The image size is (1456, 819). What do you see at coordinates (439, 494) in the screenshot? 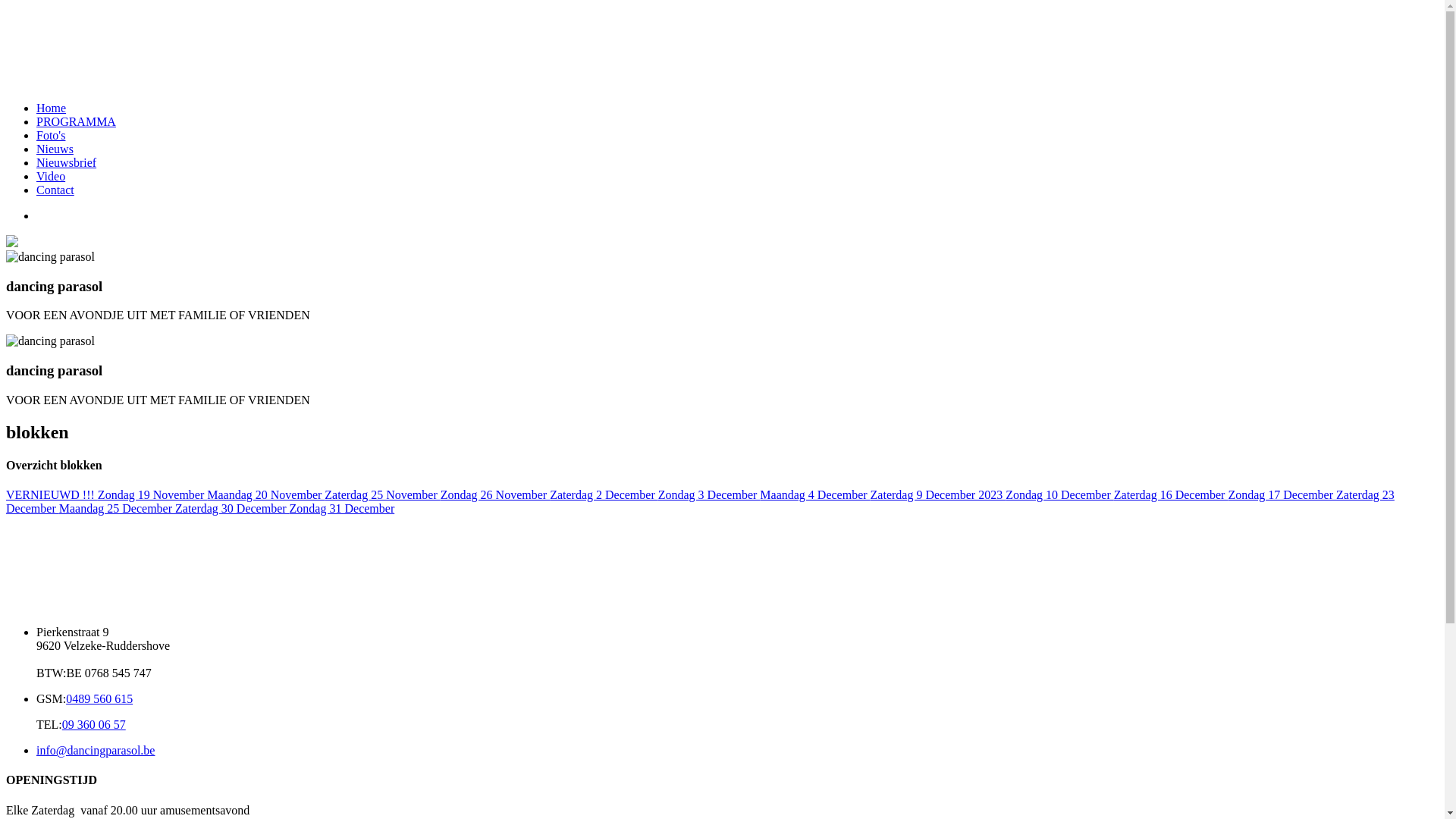
I see `'Zondag 26 November'` at bounding box center [439, 494].